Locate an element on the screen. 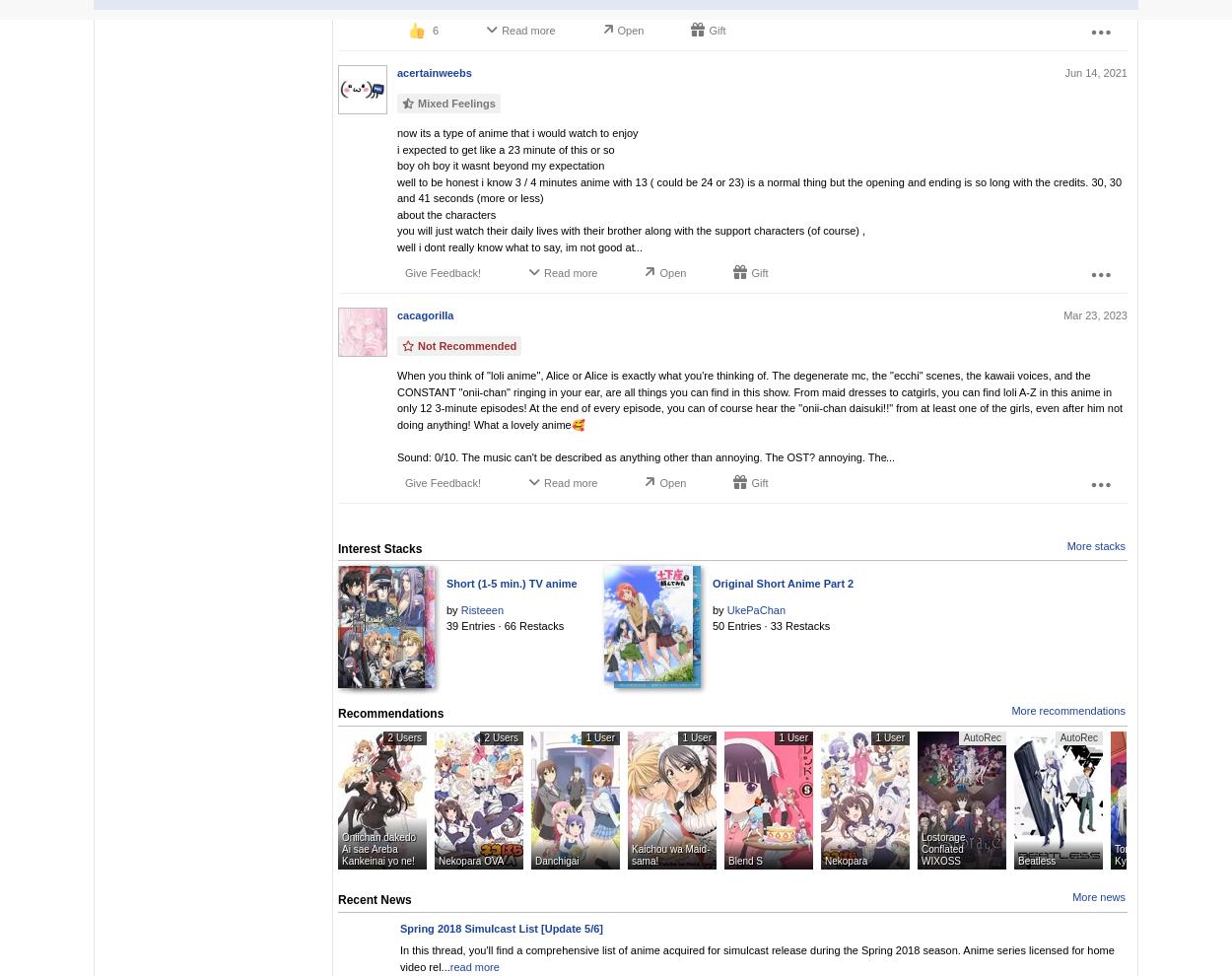 This screenshot has width=1232, height=976. 'Recent News' is located at coordinates (337, 898).